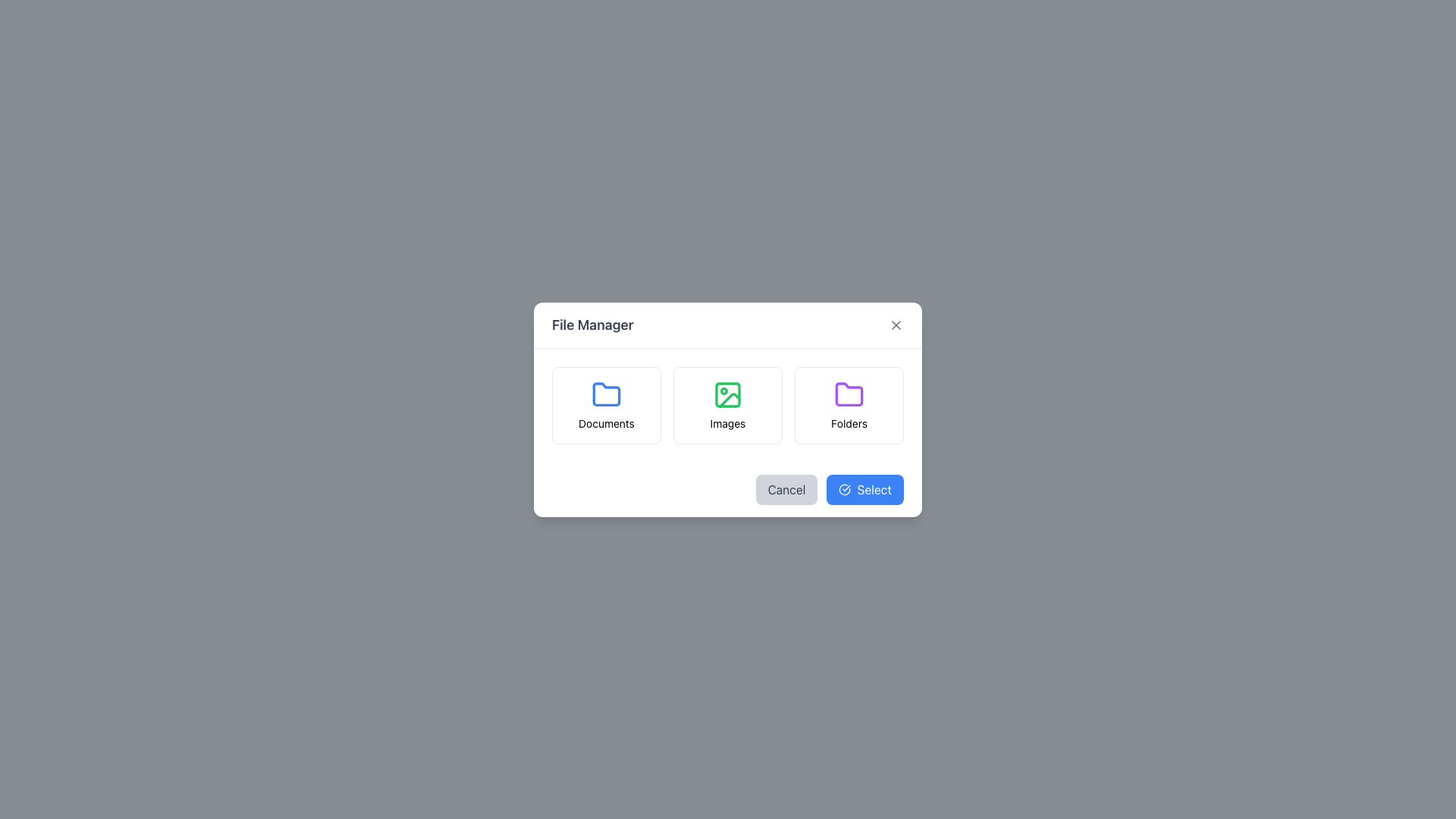 Image resolution: width=1456 pixels, height=819 pixels. What do you see at coordinates (728, 394) in the screenshot?
I see `the Decorative SVG component located at the top-left part of the 'Images' icon in the file manager interface` at bounding box center [728, 394].